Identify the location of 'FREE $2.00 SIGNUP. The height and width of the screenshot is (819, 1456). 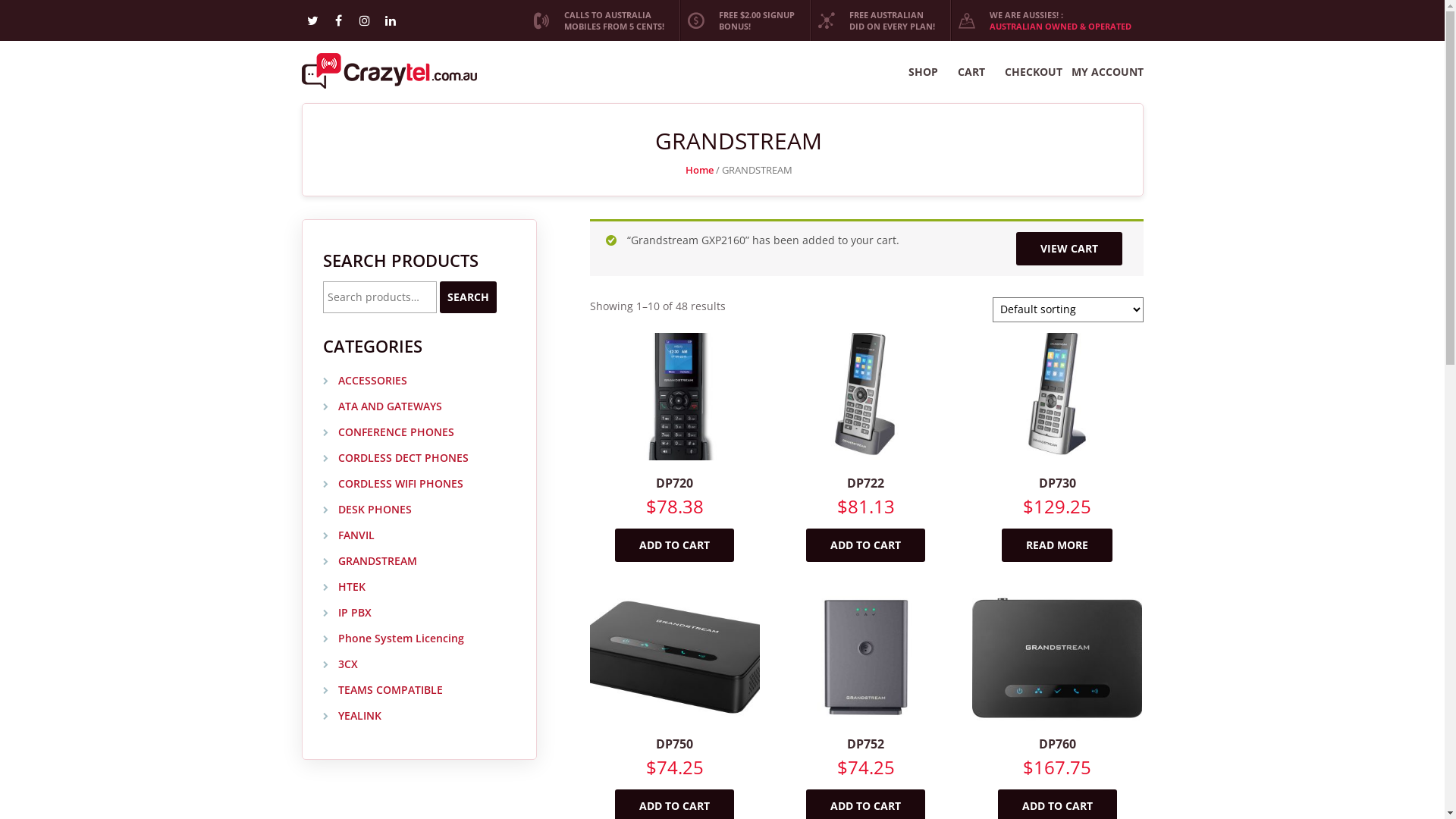
(742, 20).